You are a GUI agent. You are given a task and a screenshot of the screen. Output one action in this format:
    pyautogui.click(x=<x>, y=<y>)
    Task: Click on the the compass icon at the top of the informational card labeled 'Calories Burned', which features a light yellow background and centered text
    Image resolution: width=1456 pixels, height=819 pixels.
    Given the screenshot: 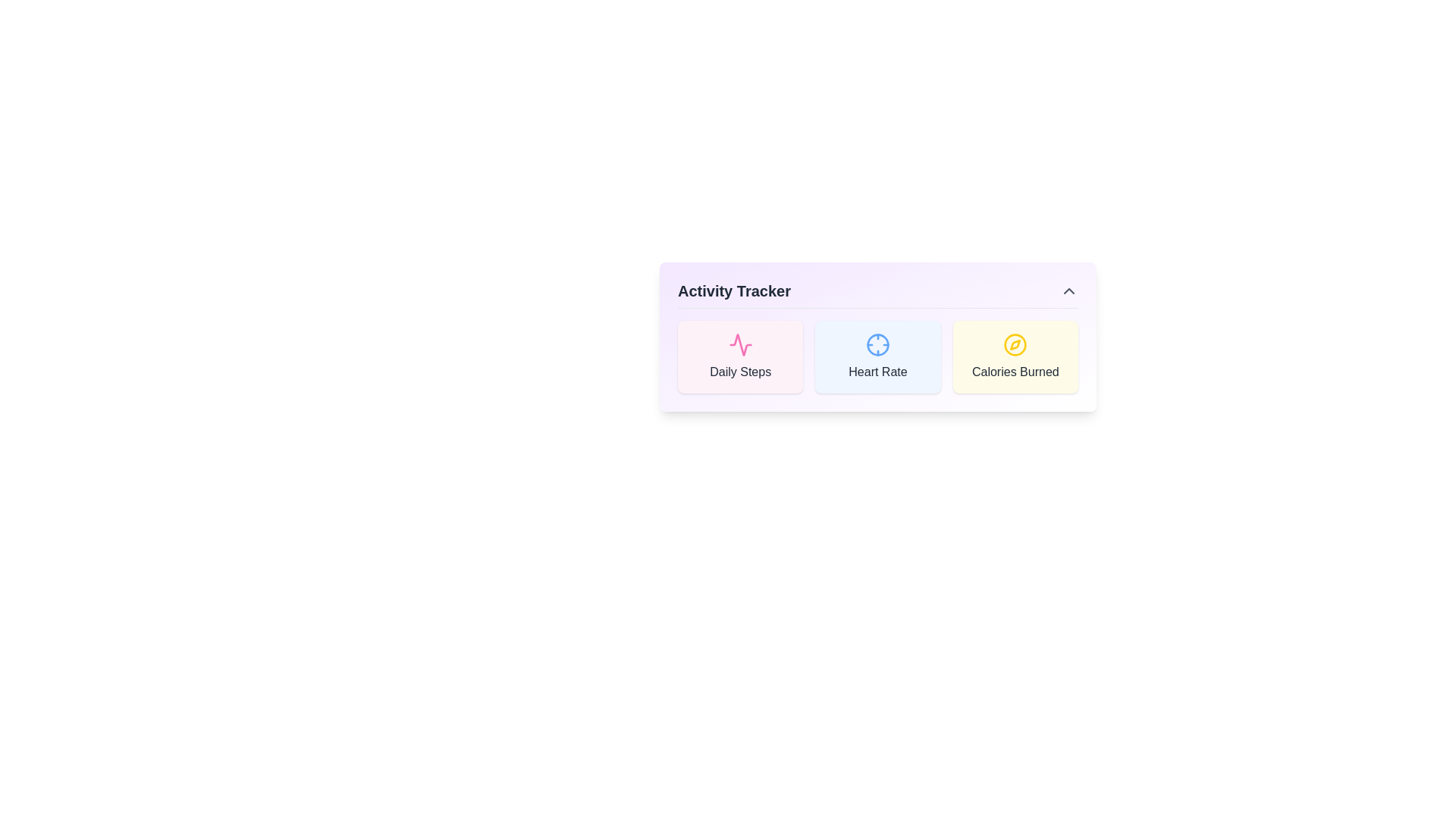 What is the action you would take?
    pyautogui.click(x=1015, y=356)
    